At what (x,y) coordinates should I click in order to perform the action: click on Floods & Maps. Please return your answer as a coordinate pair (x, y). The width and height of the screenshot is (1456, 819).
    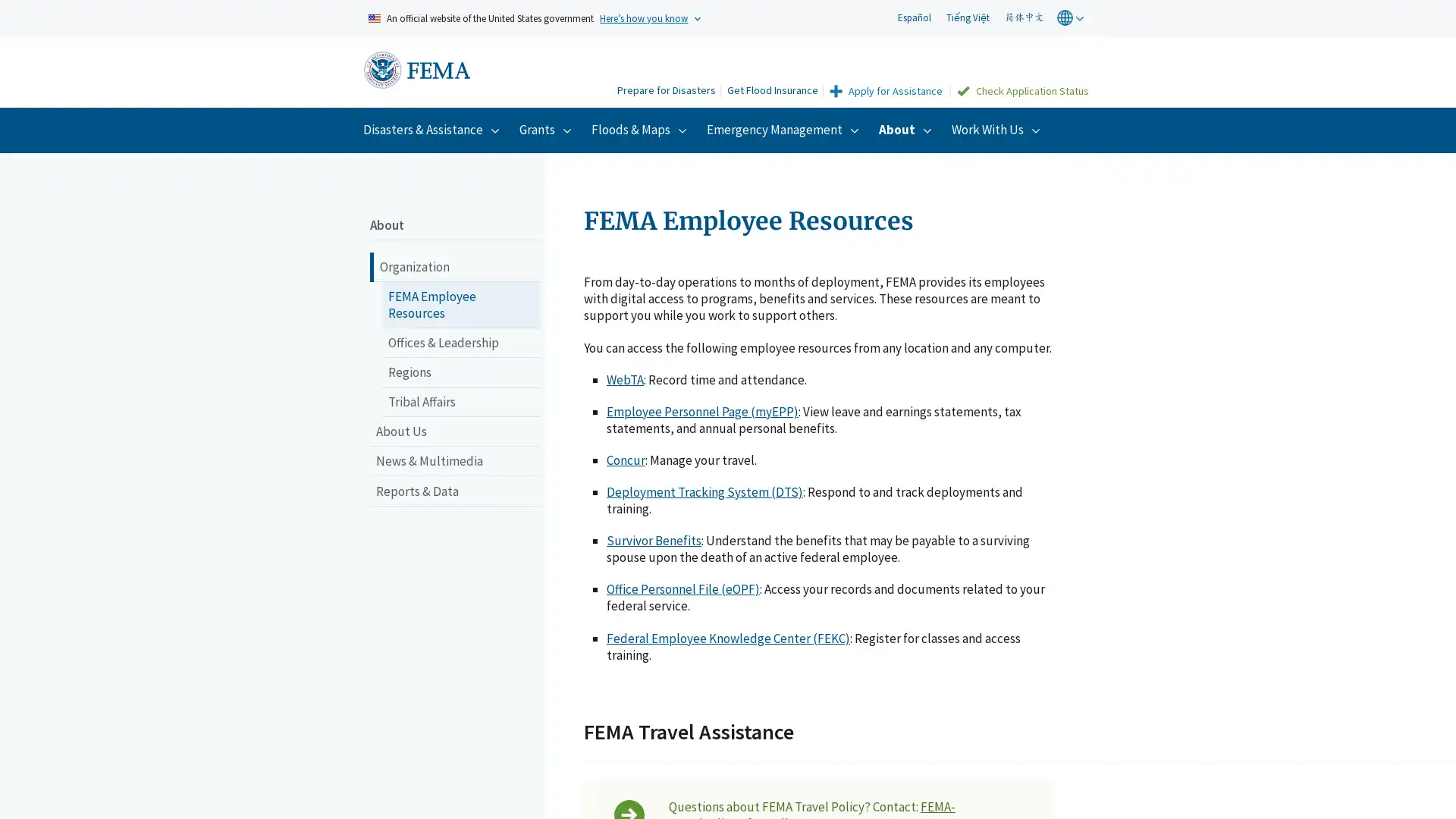
    Looking at the image, I should click on (641, 128).